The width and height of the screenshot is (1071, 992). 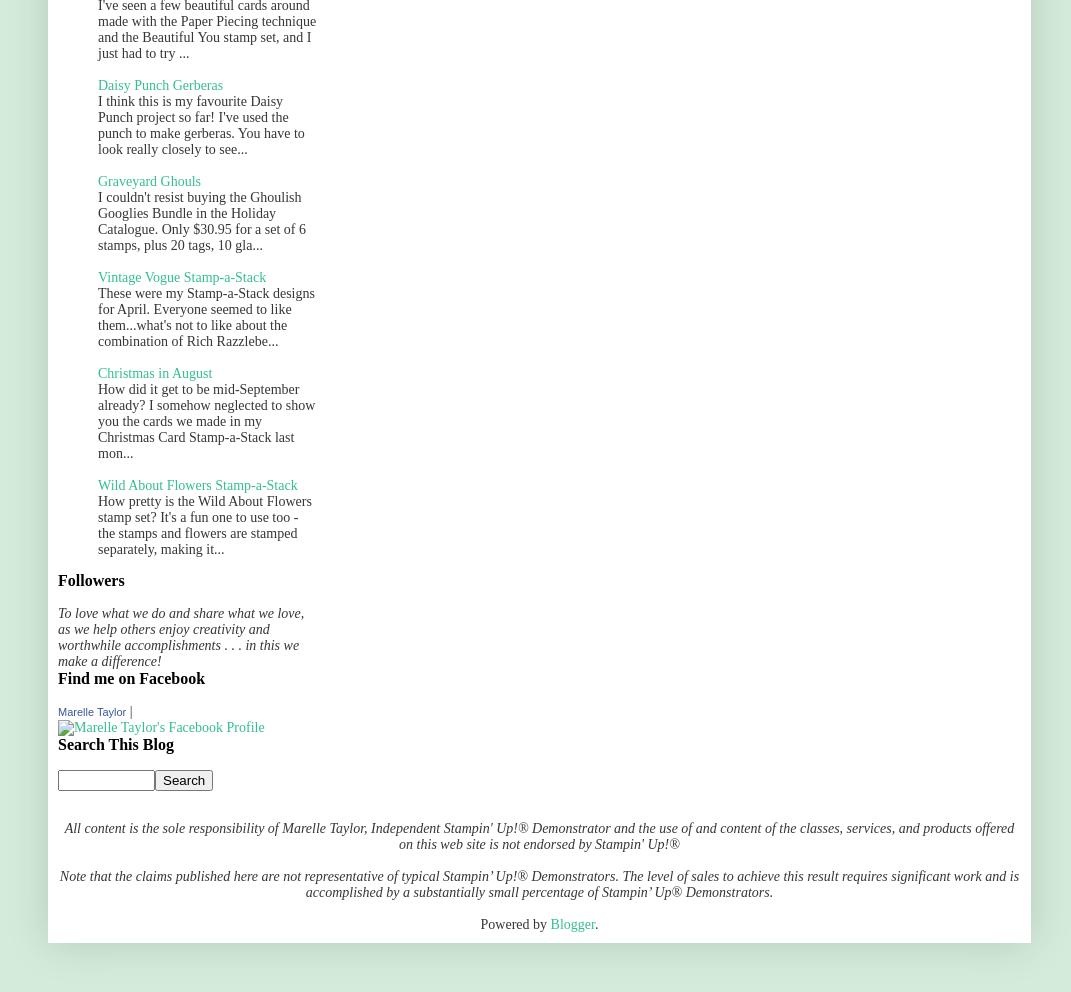 What do you see at coordinates (131, 677) in the screenshot?
I see `'Find me on Facebook'` at bounding box center [131, 677].